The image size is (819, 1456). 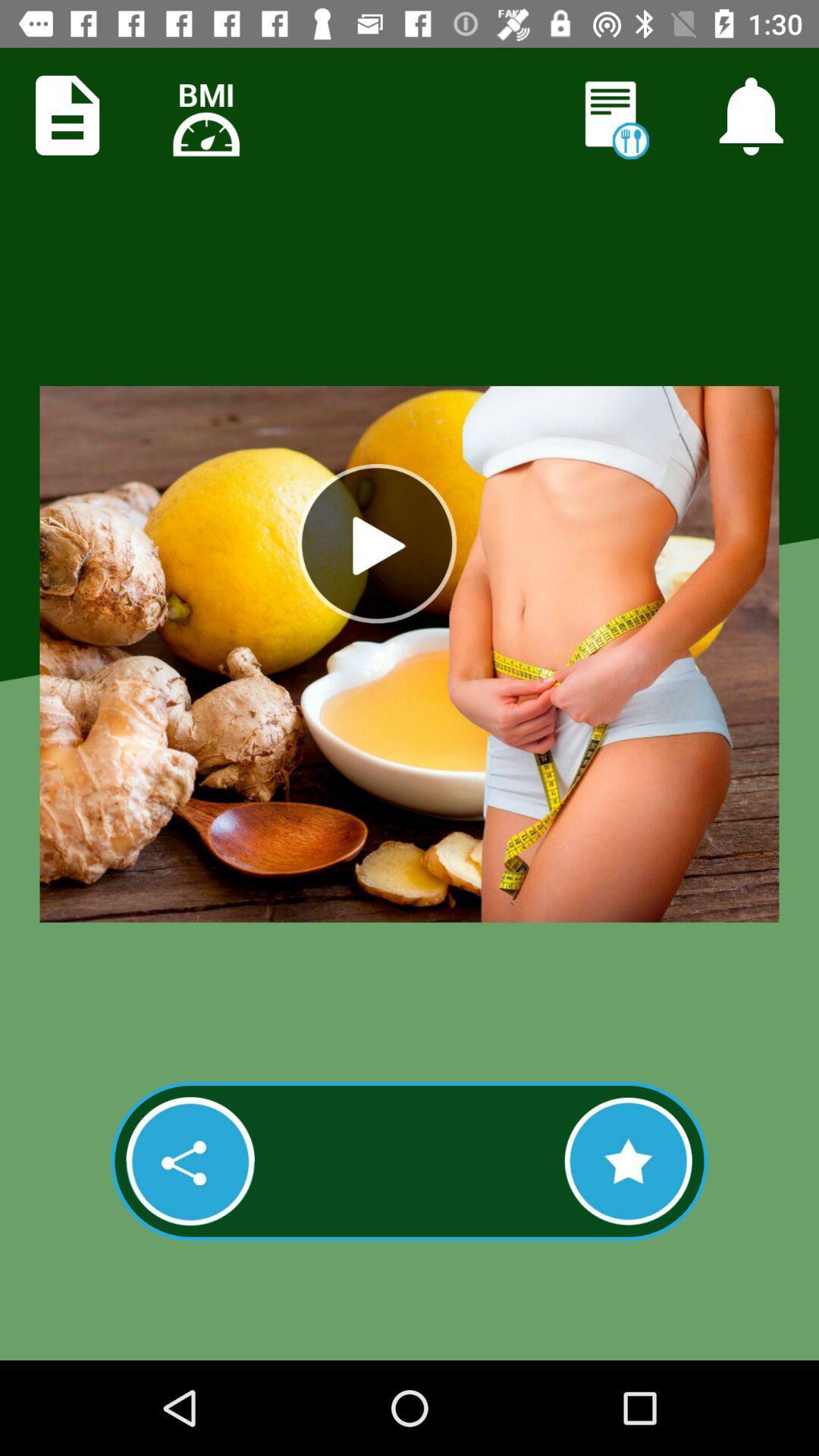 I want to click on for share, so click(x=190, y=1160).